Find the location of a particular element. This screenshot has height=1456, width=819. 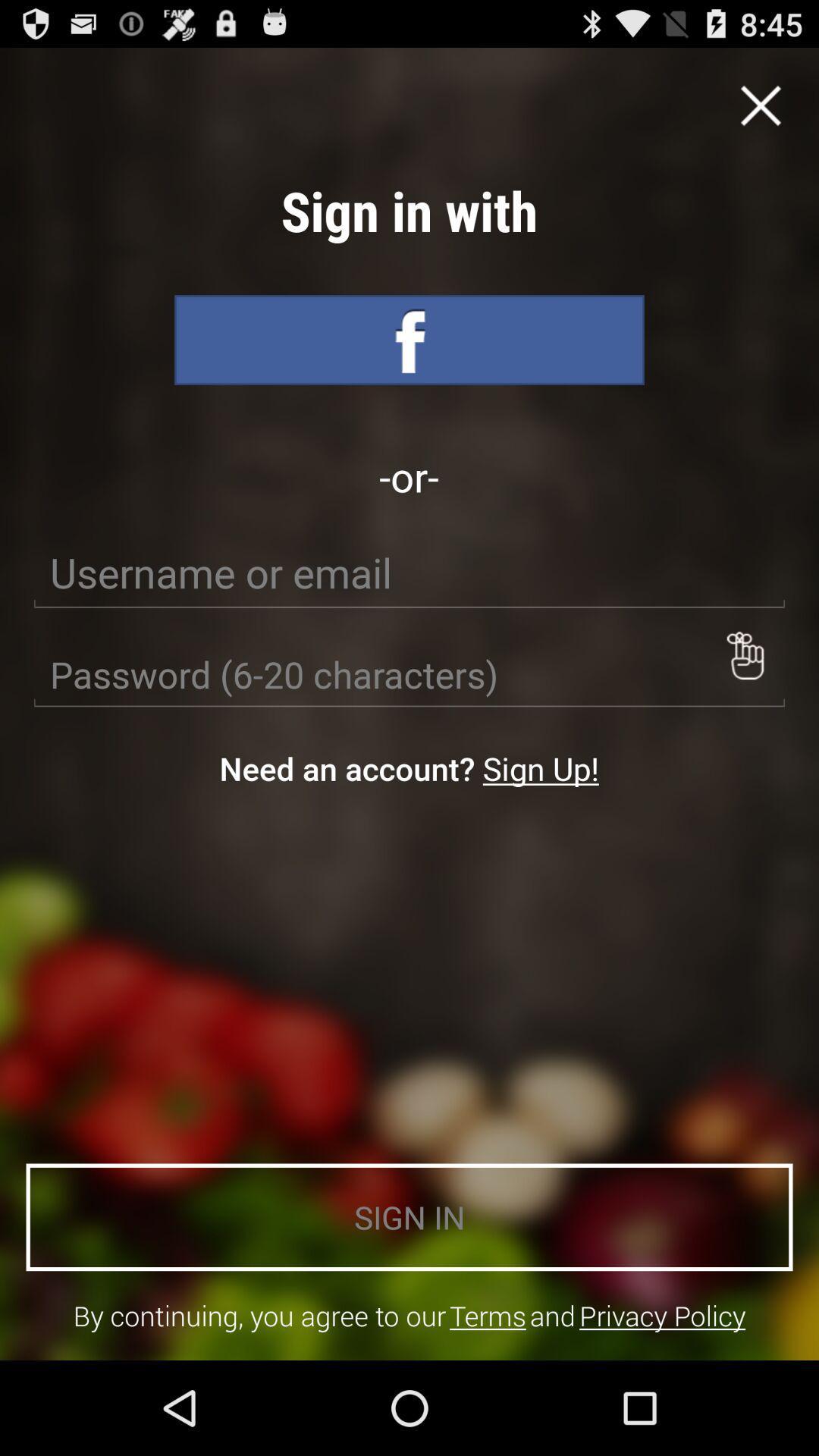

the button above the sign in is located at coordinates (540, 768).